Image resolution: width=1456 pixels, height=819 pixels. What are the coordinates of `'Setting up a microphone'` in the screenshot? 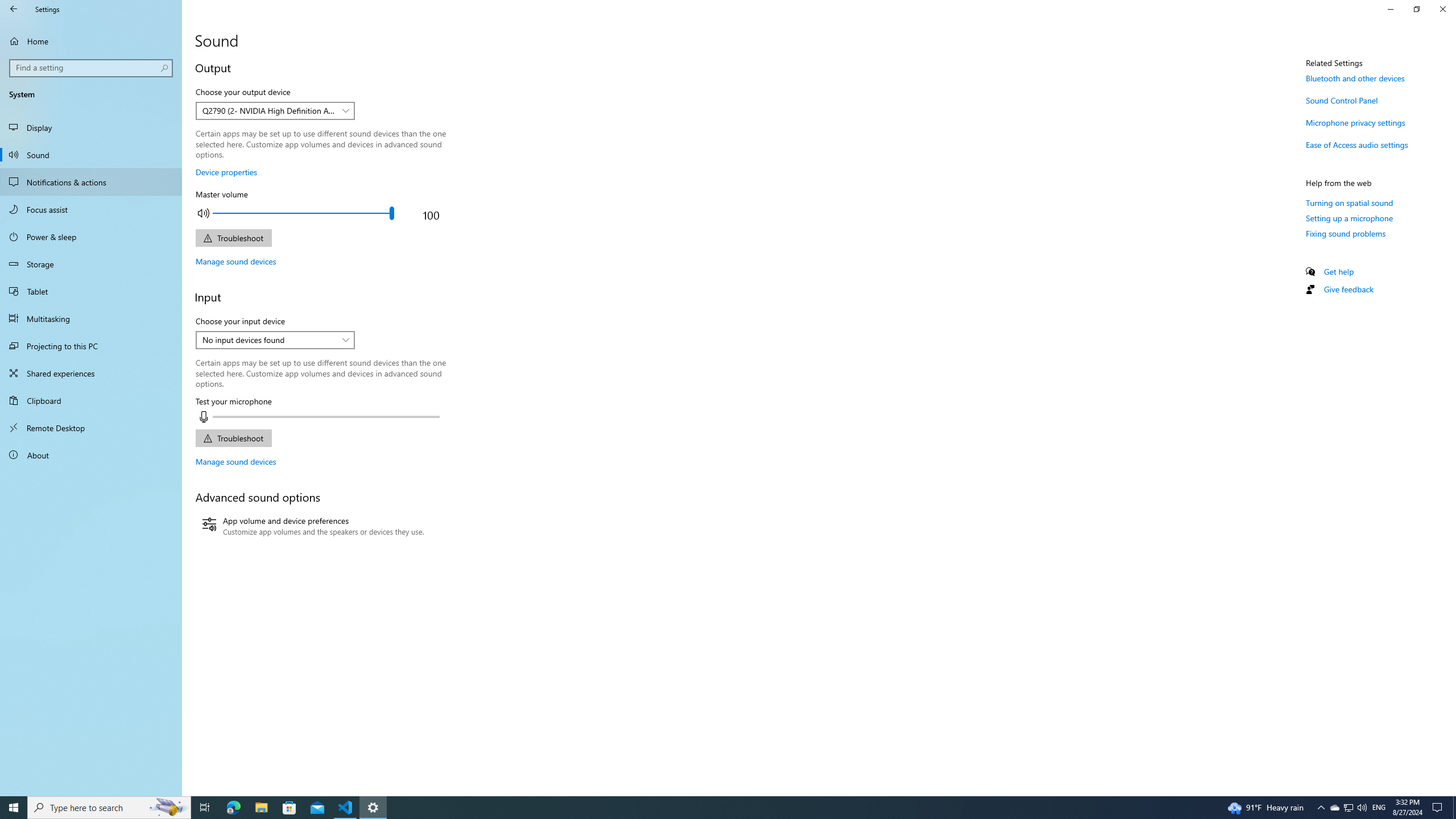 It's located at (1349, 217).